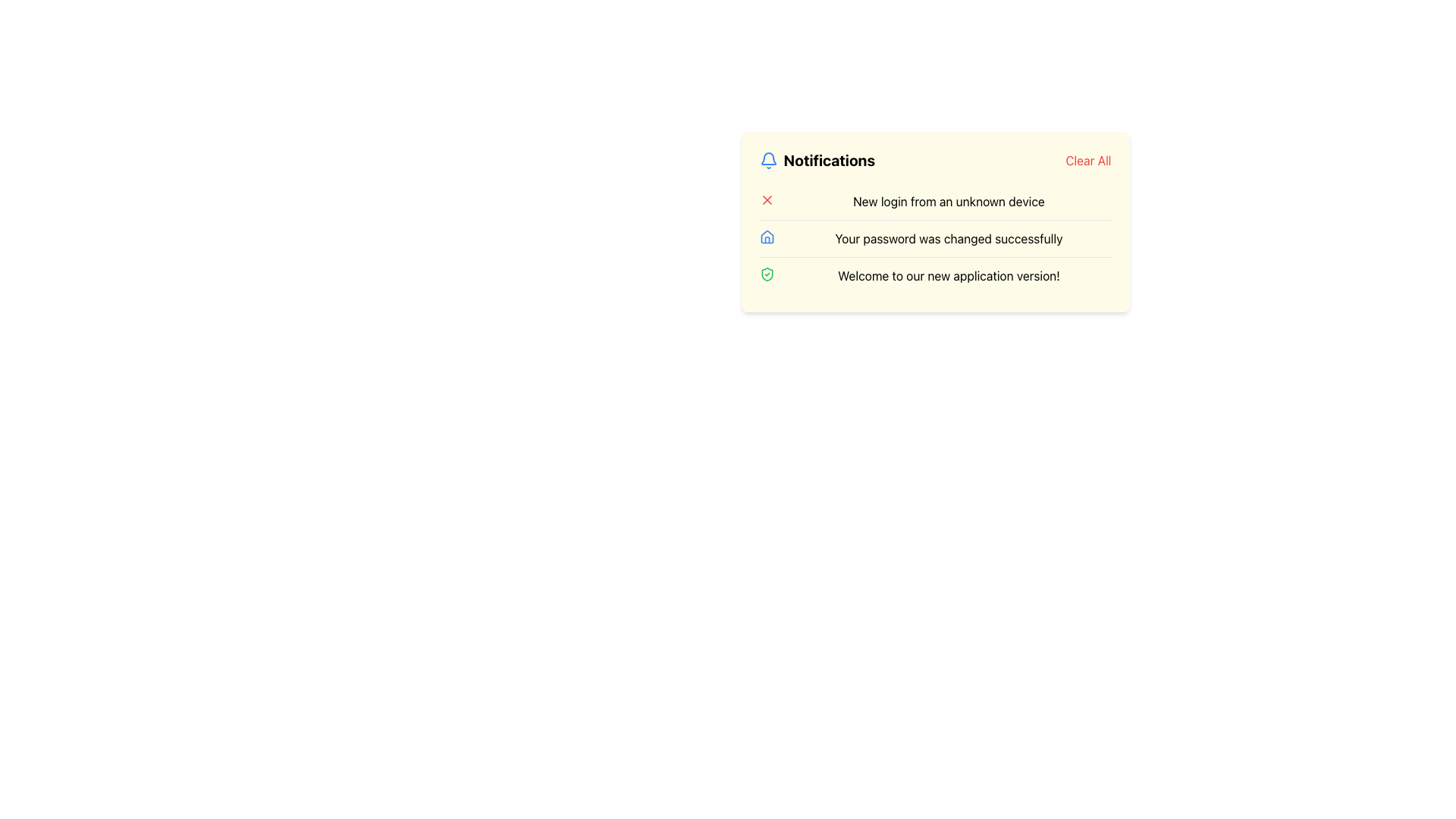  What do you see at coordinates (767, 237) in the screenshot?
I see `the small house-shaped light blue notification icon located to the left of the text 'Your password was changed successfully'` at bounding box center [767, 237].